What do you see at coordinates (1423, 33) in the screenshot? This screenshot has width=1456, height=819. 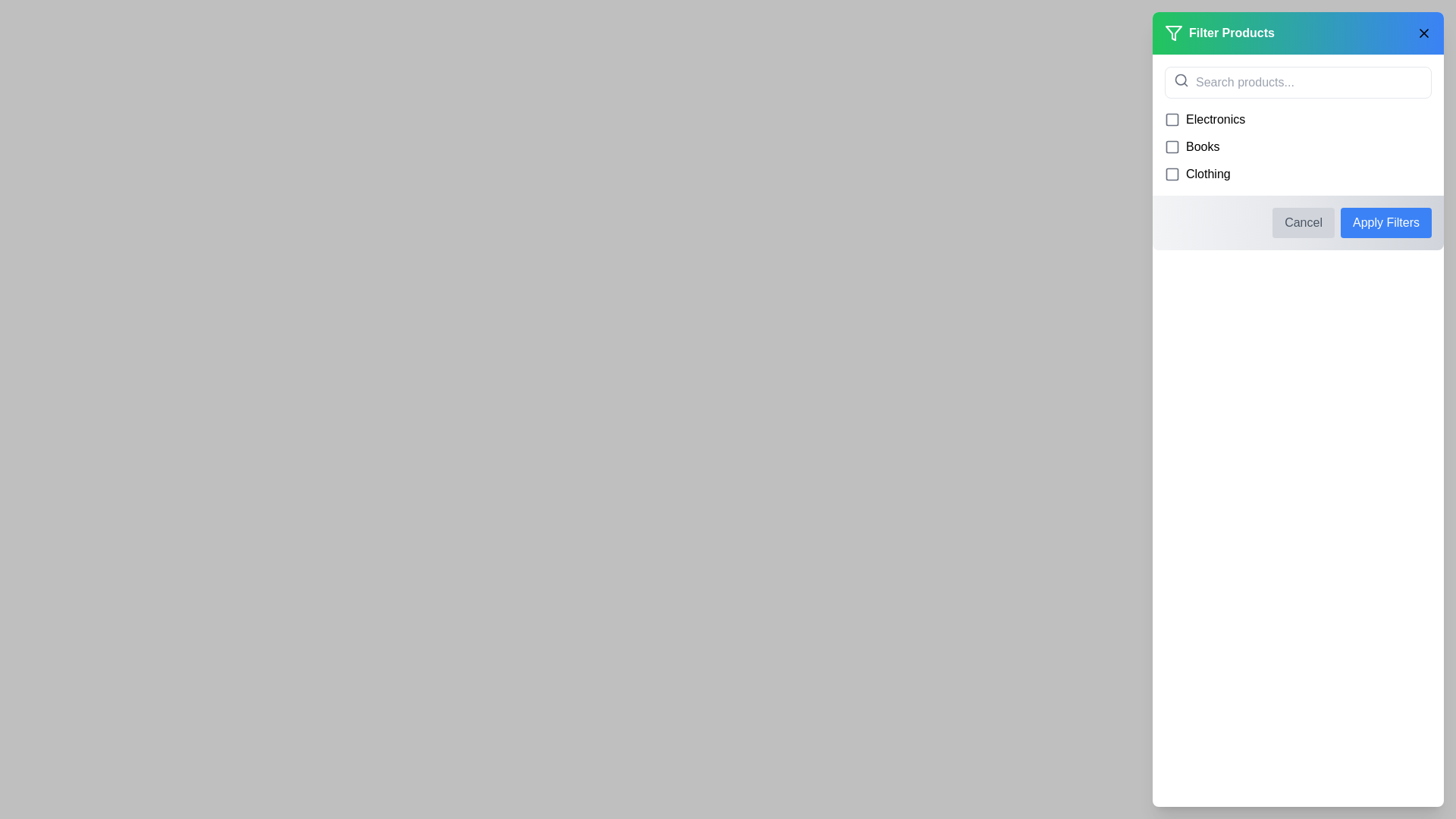 I see `the close icon located at the top right corner of the modal, adjacent to the 'Filter Products' title, which likely functions to dismiss the filter configuration panel` at bounding box center [1423, 33].